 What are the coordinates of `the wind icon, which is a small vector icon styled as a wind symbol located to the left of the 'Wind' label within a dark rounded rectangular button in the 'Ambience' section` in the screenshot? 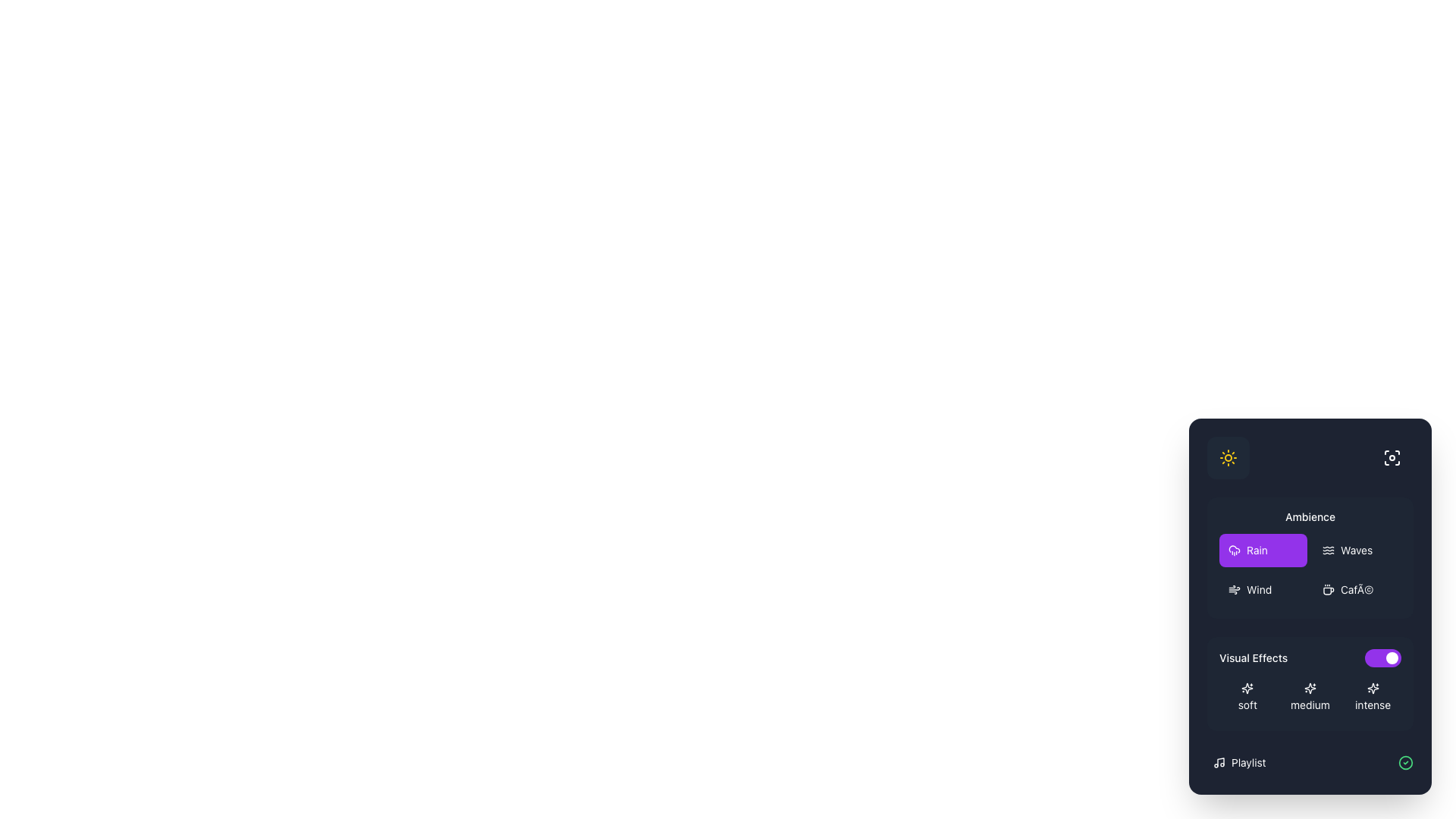 It's located at (1234, 589).